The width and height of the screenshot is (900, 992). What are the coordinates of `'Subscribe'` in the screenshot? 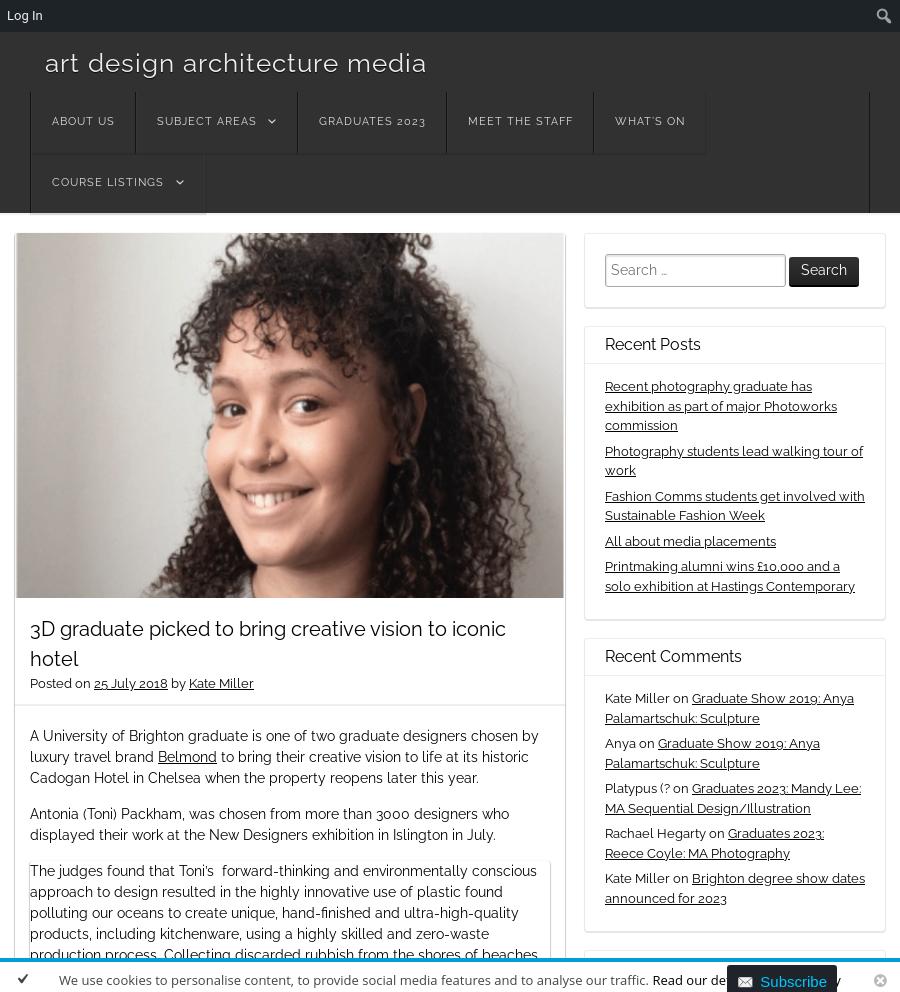 It's located at (793, 980).